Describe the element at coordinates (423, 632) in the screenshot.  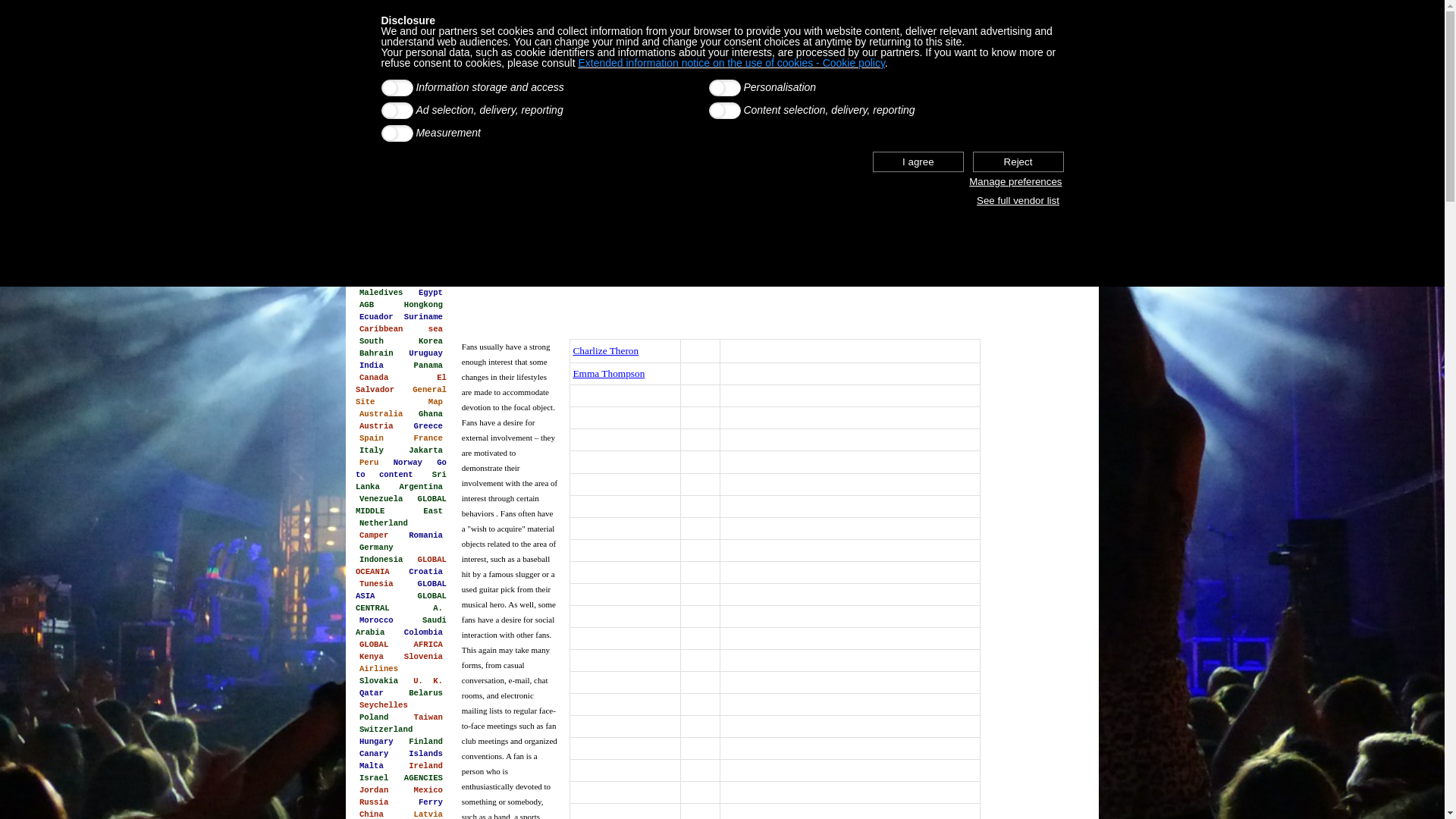
I see `'Colombia'` at that location.